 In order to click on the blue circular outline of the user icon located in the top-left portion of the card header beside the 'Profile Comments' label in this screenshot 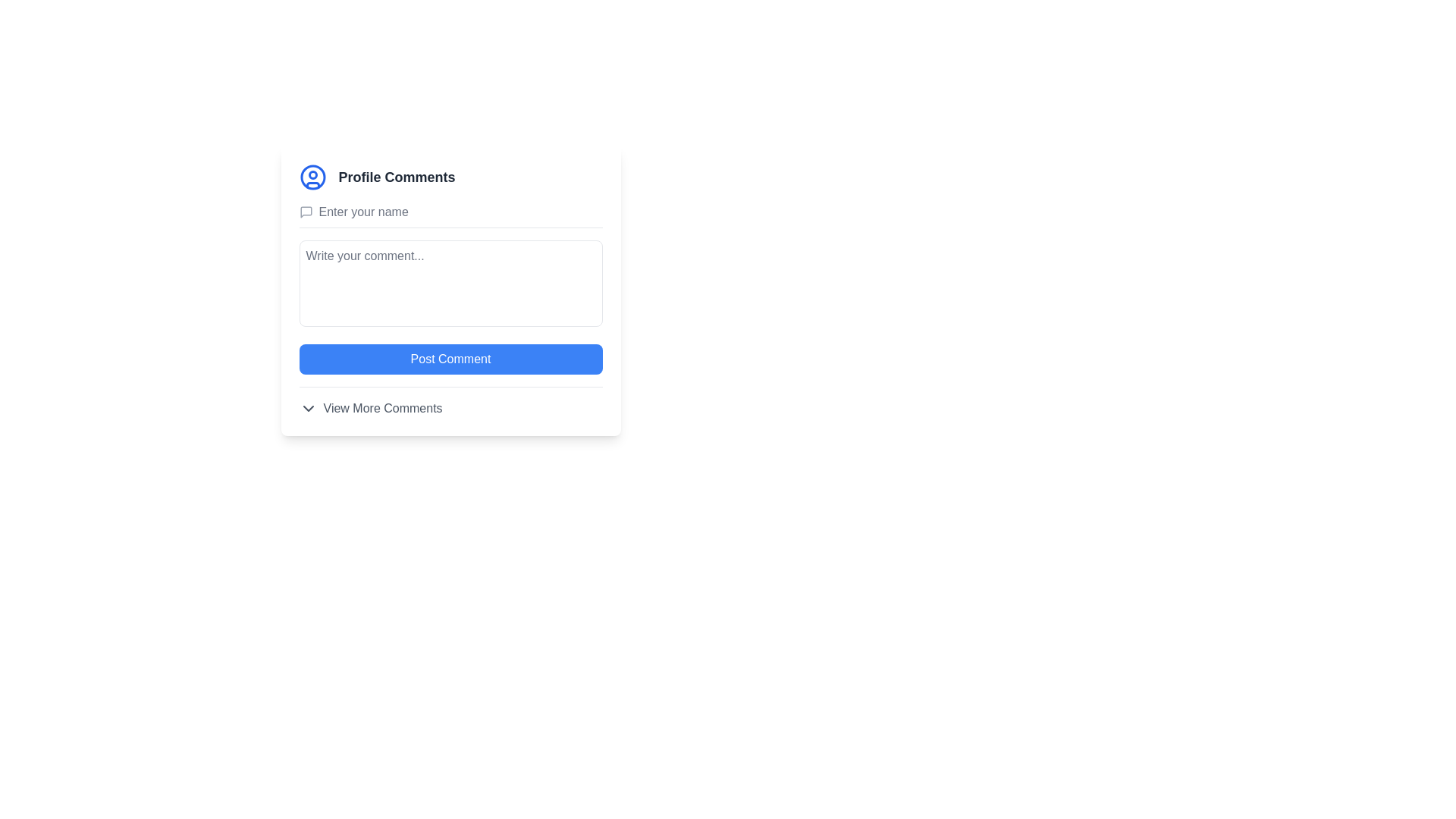, I will do `click(312, 177)`.